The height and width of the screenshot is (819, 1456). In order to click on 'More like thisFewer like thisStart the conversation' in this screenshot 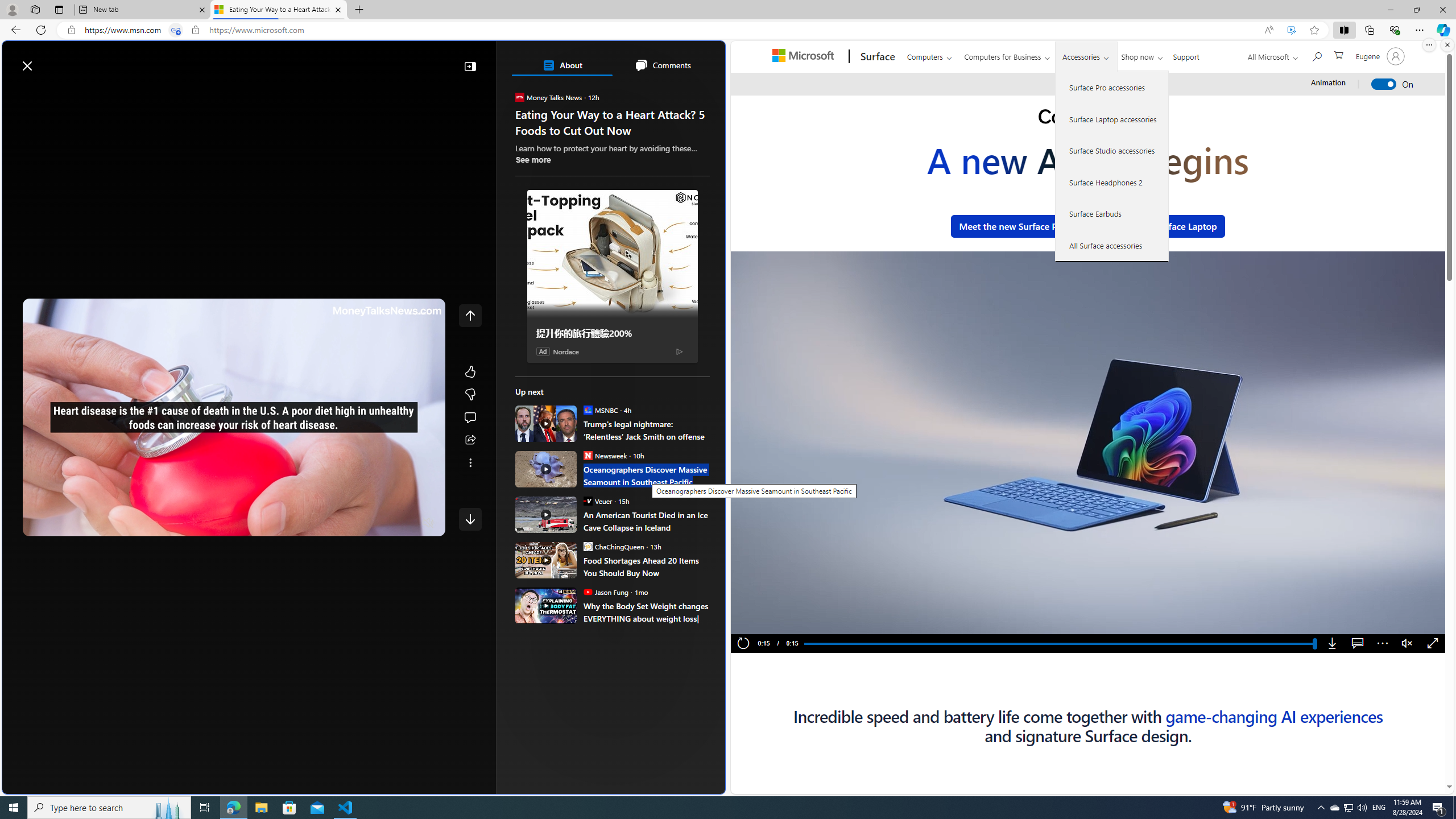, I will do `click(470, 394)`.